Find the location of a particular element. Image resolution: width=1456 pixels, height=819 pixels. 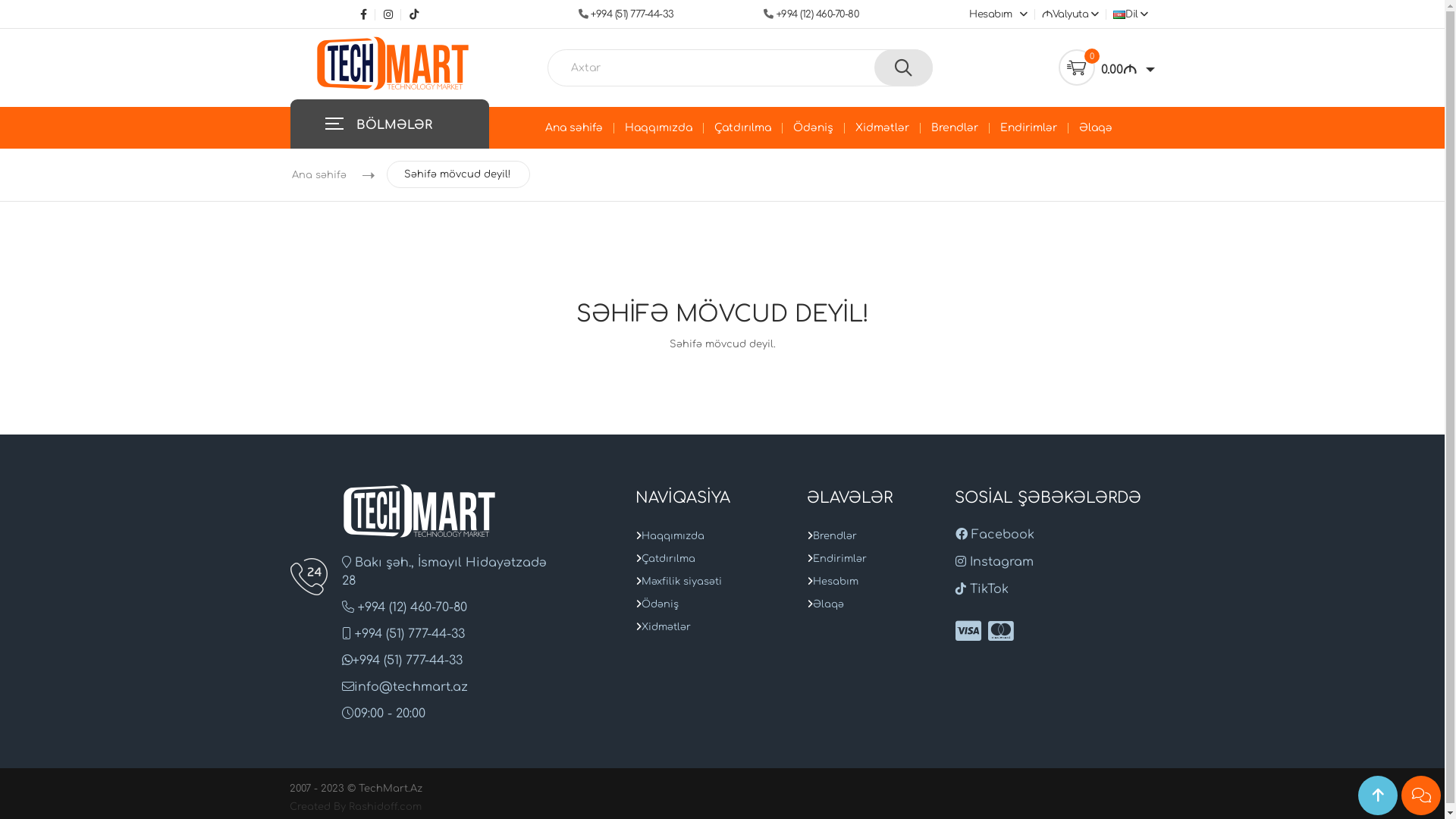

'+994 (12) 460-70-80' is located at coordinates (816, 14).